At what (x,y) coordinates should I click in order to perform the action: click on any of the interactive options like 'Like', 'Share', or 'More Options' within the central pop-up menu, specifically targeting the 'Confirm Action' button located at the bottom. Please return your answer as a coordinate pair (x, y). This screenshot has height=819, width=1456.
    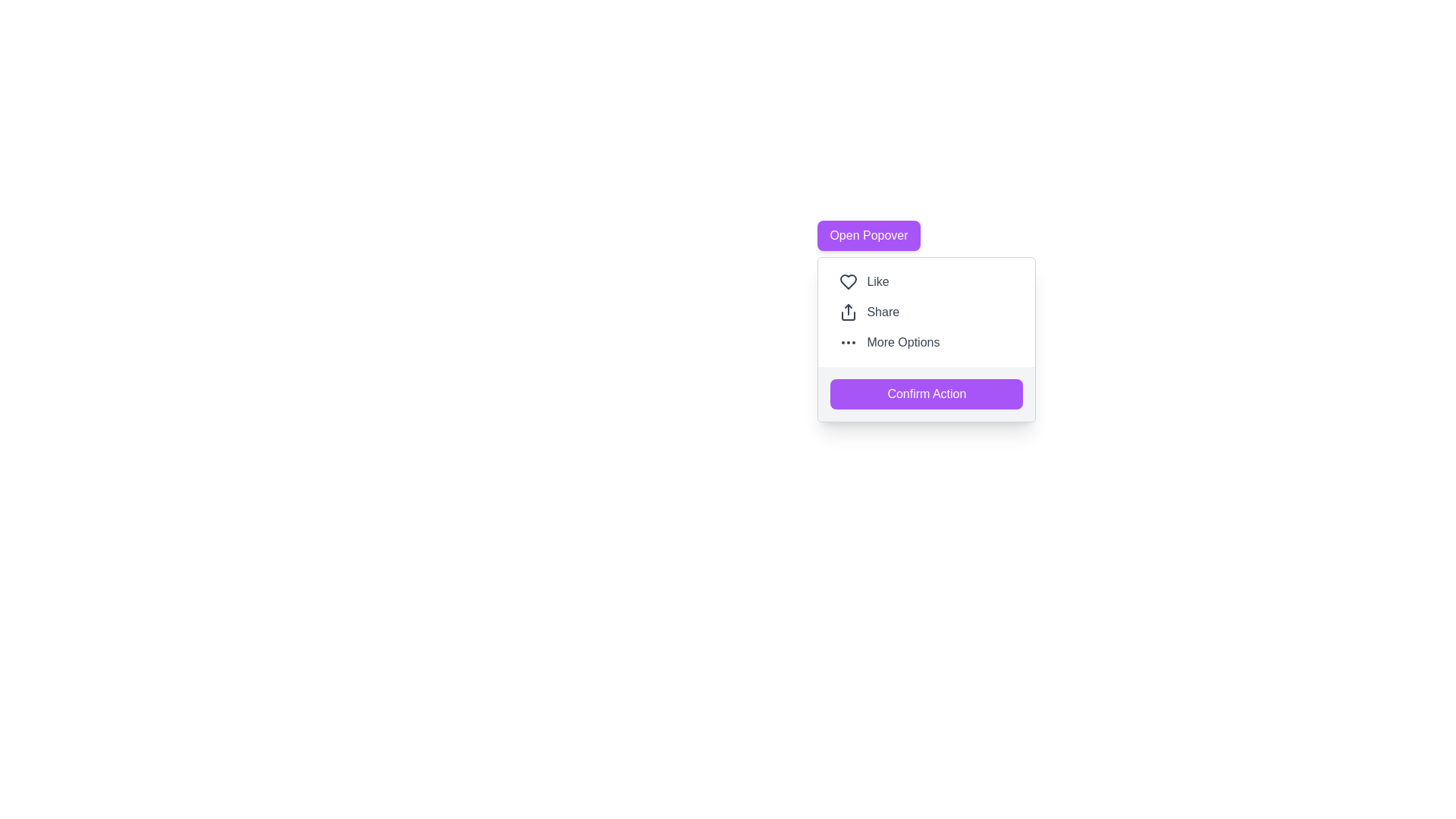
    Looking at the image, I should click on (926, 338).